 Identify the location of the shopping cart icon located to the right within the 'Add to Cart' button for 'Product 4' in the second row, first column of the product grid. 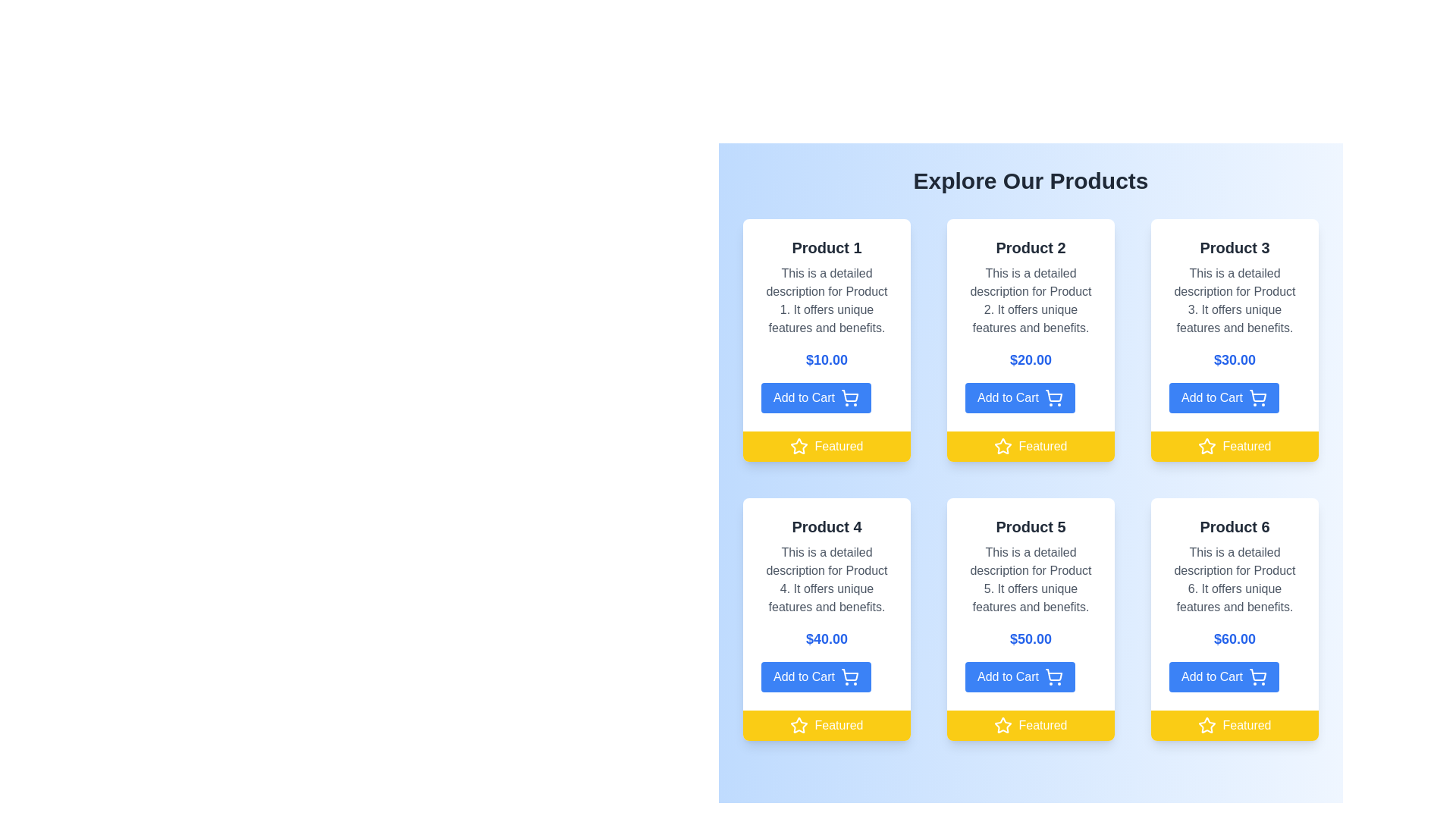
(849, 676).